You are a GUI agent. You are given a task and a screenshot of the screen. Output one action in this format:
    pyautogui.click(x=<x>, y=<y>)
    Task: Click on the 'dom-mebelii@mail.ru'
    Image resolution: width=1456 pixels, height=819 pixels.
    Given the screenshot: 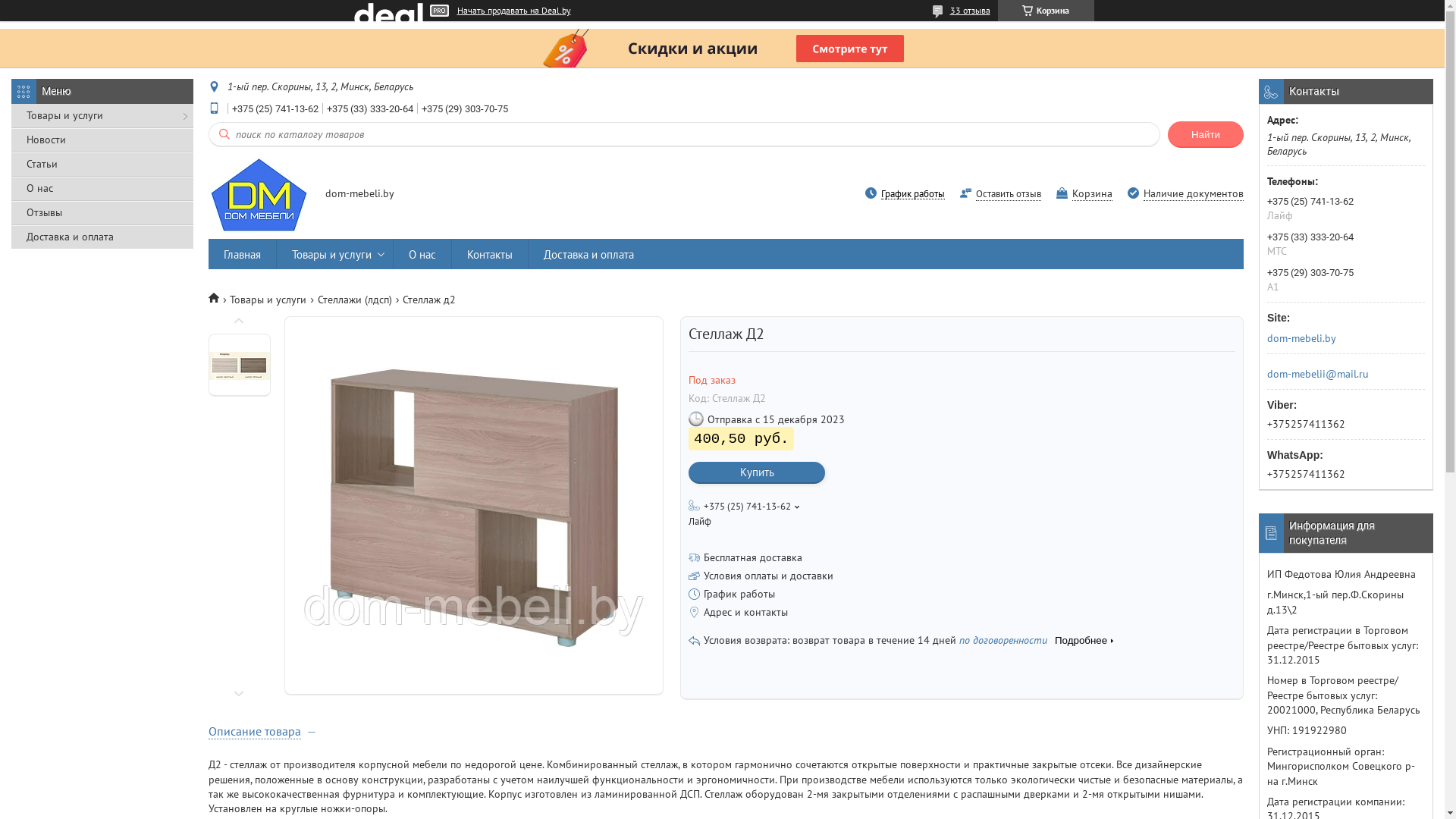 What is the action you would take?
    pyautogui.click(x=1316, y=374)
    